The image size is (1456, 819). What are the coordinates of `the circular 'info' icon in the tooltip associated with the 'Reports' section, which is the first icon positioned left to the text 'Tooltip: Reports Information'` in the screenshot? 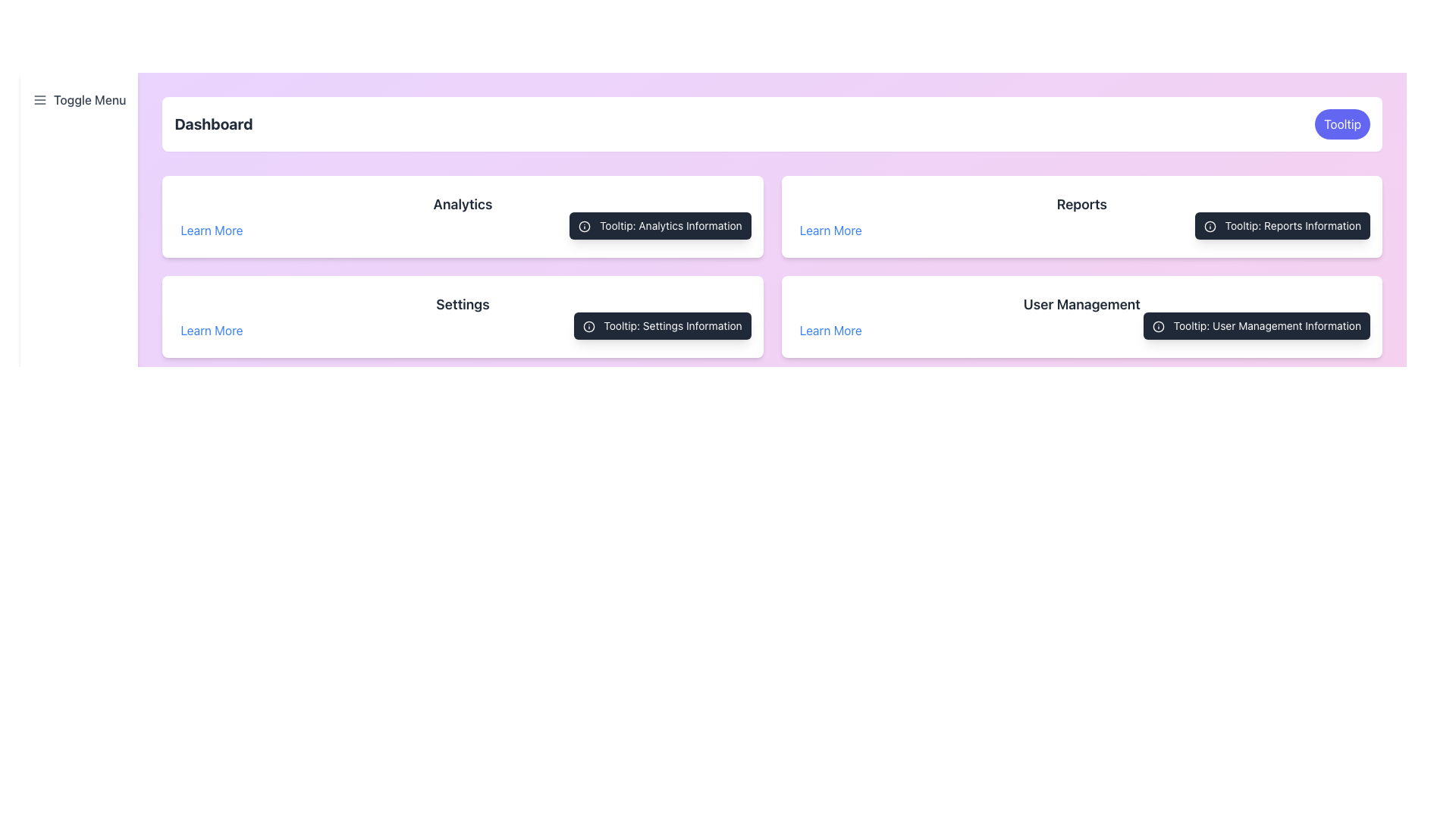 It's located at (1209, 227).